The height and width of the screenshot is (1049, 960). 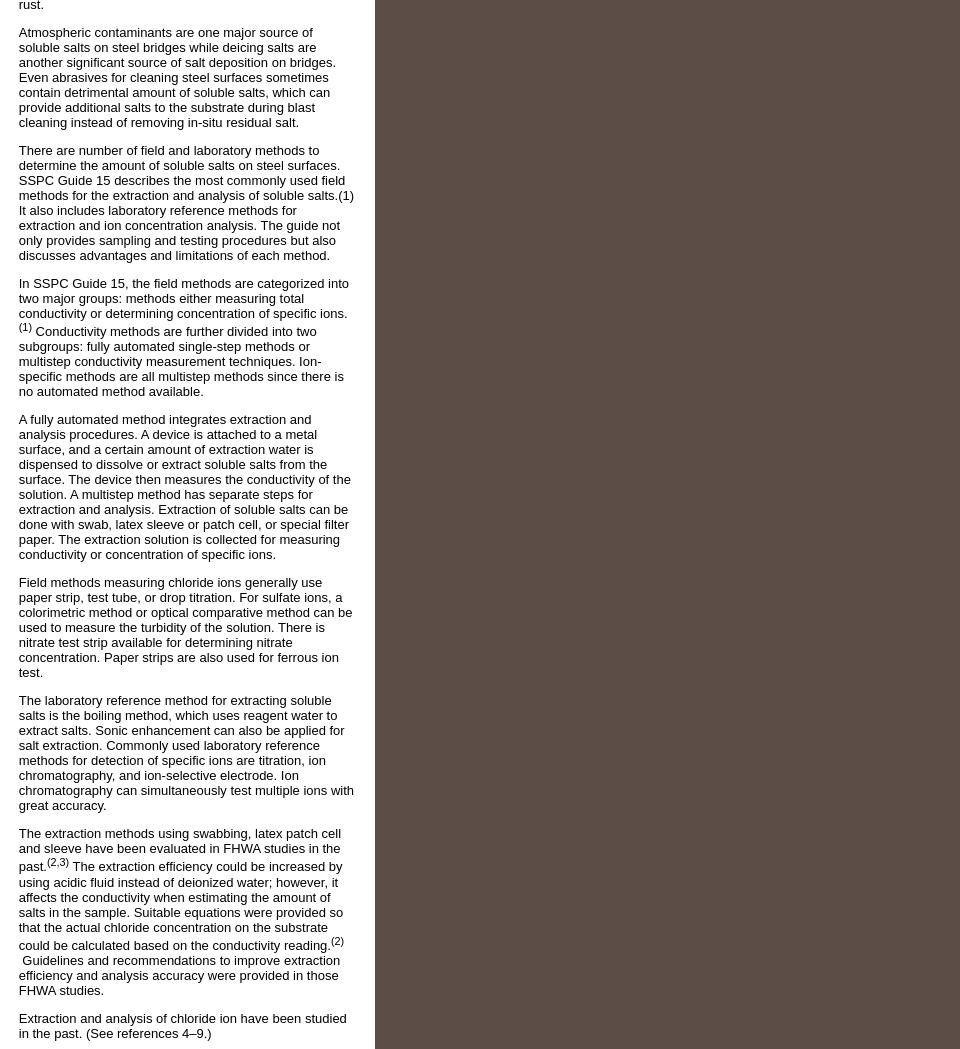 What do you see at coordinates (336, 940) in the screenshot?
I see `'(2)'` at bounding box center [336, 940].